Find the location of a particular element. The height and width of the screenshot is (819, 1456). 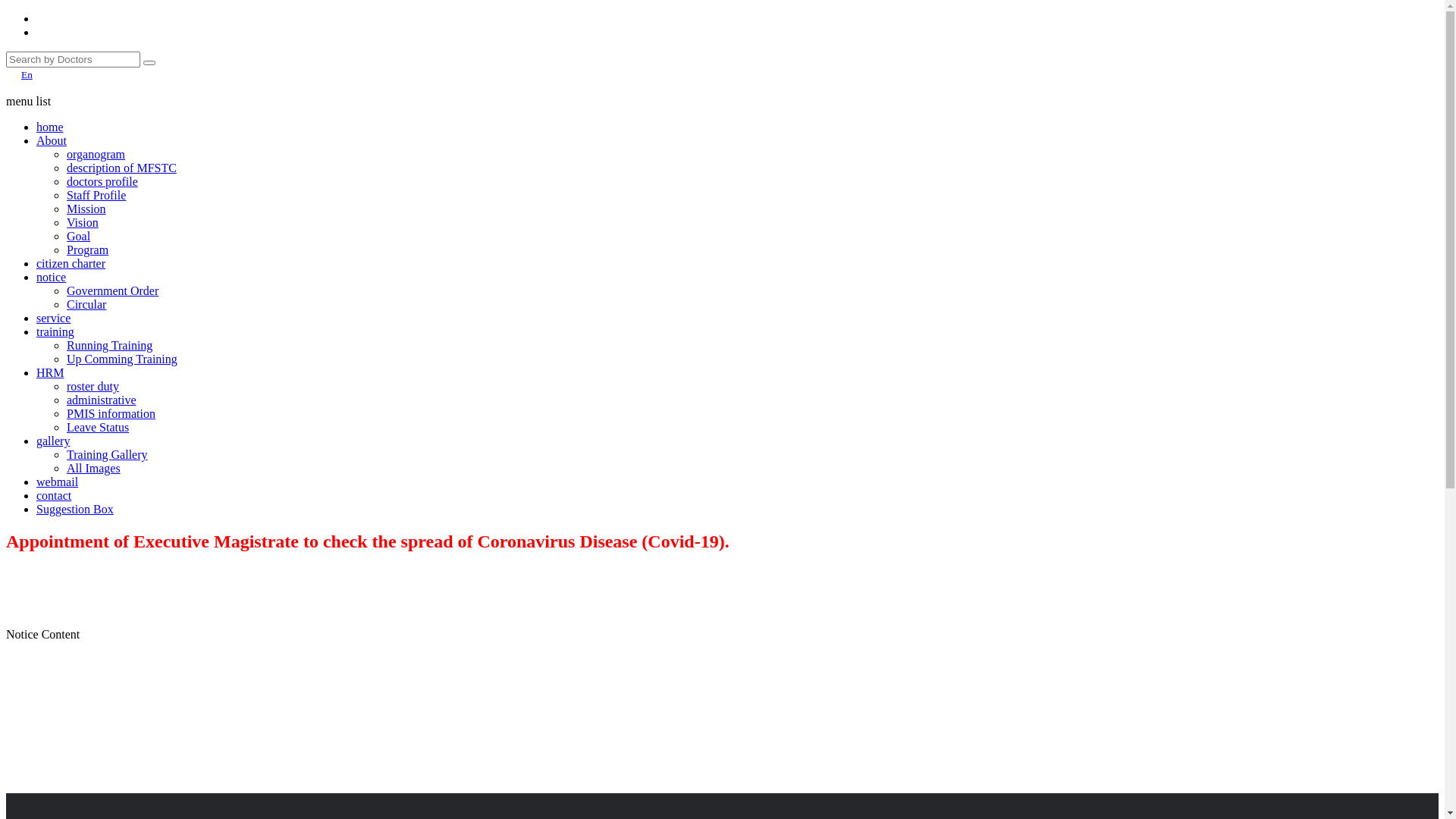

'Staff Profile' is located at coordinates (95, 194).